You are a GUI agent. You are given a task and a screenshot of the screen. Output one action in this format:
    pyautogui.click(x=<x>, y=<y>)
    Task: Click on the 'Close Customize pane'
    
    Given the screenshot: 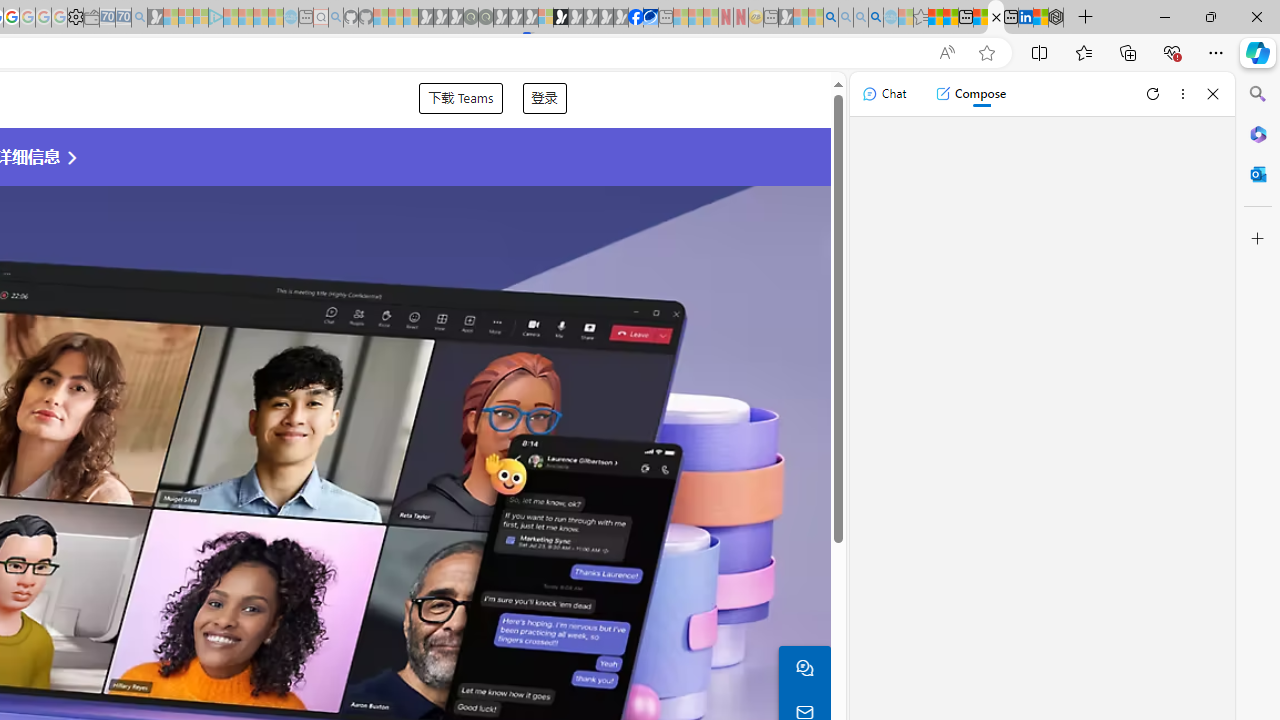 What is the action you would take?
    pyautogui.click(x=1257, y=238)
    